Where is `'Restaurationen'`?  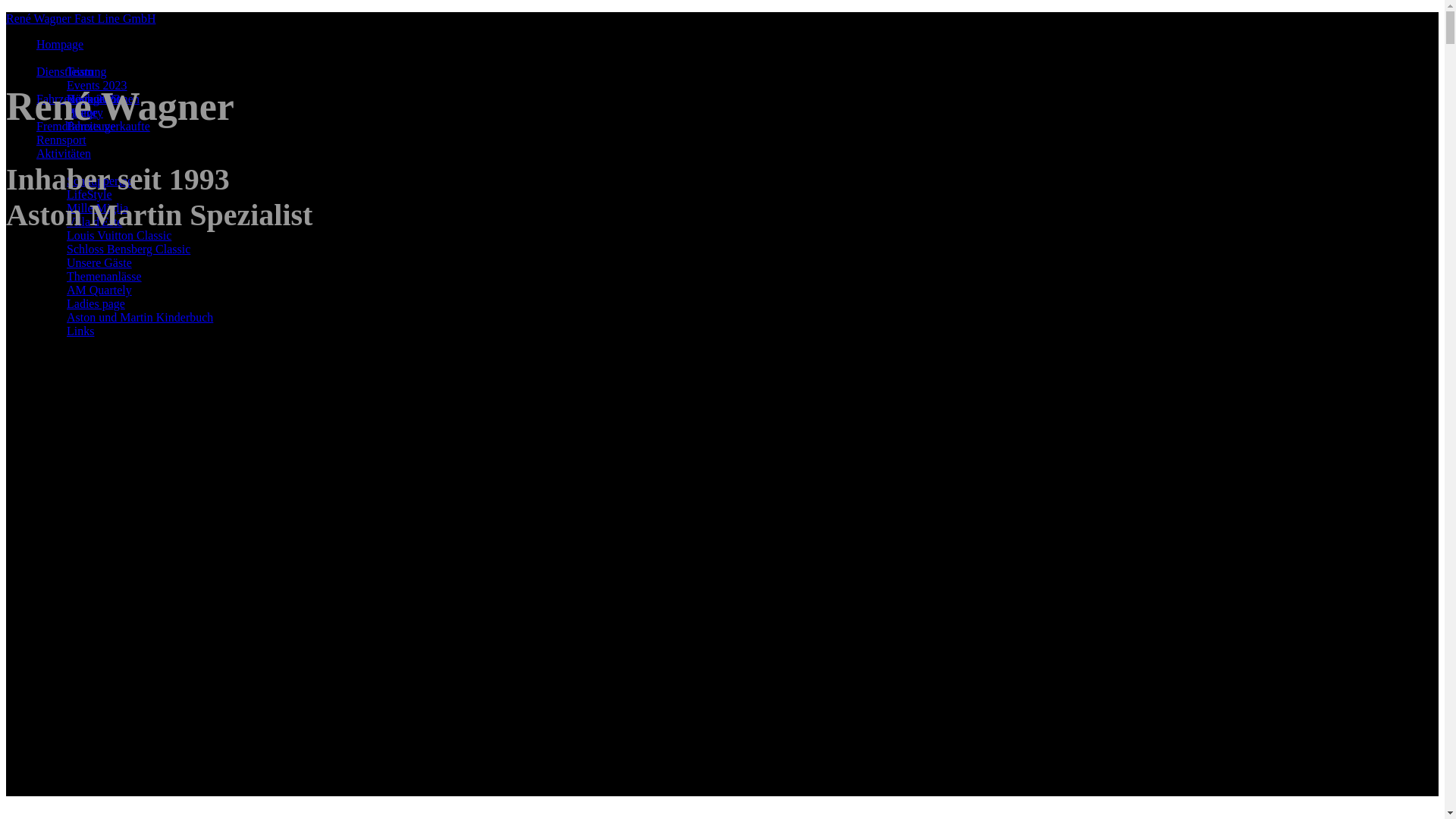
'Restaurationen' is located at coordinates (102, 99).